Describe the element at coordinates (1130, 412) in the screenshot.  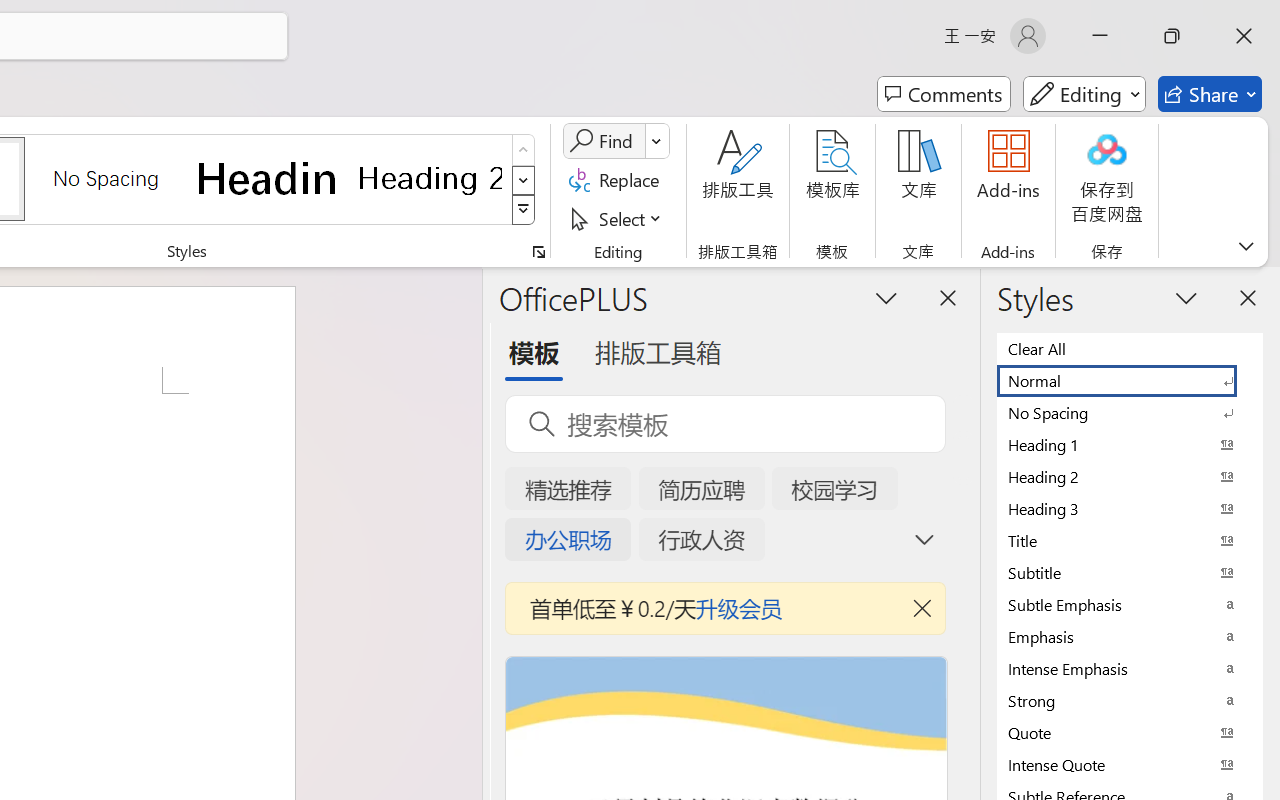
I see `'No Spacing'` at that location.